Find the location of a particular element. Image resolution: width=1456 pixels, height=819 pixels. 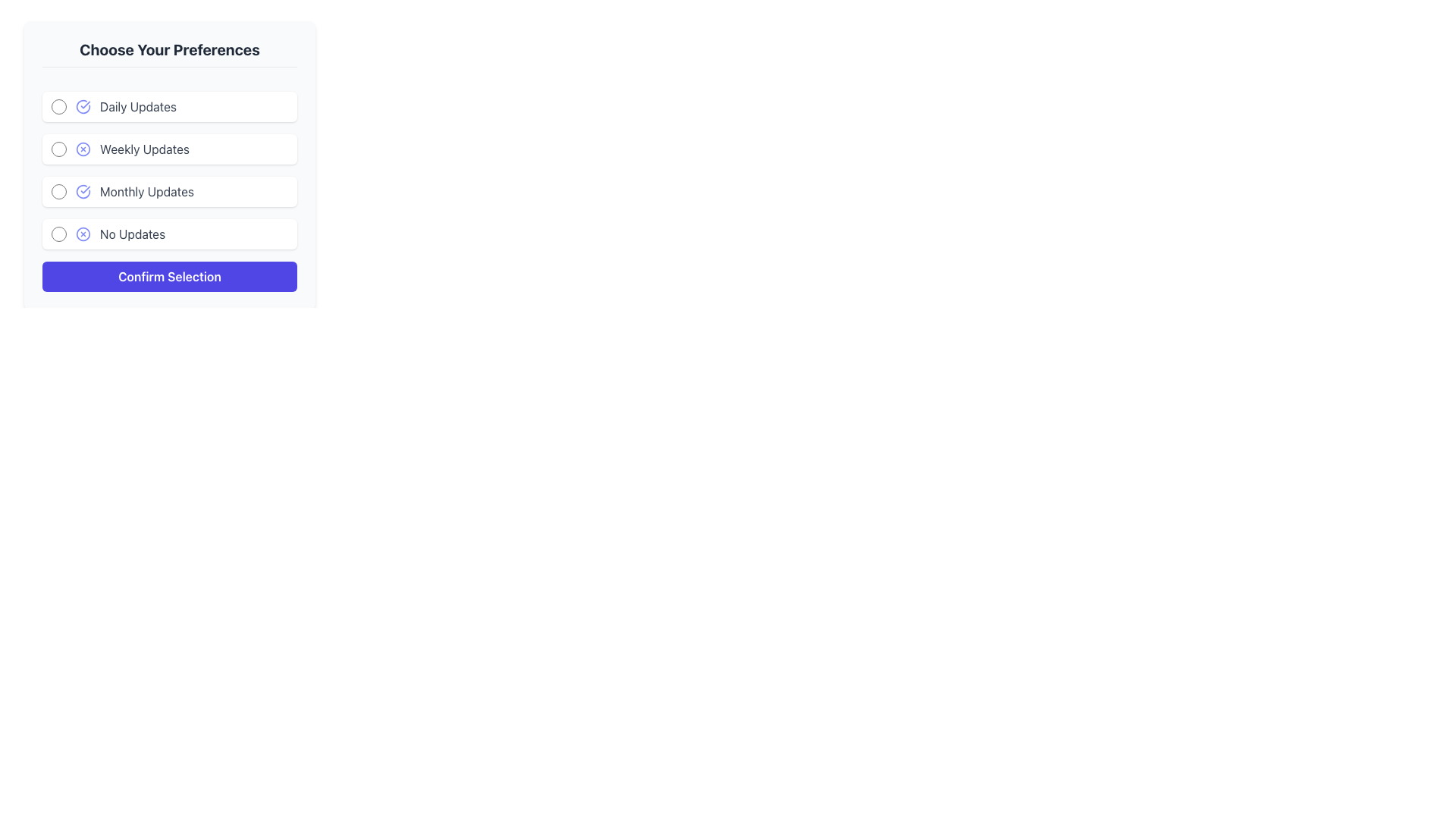

the unselected indigo radio button styled with the 'form-radio' class located next to the 'Monthly Updates' label in the 'Choose Your Preferences' section is located at coordinates (58, 191).